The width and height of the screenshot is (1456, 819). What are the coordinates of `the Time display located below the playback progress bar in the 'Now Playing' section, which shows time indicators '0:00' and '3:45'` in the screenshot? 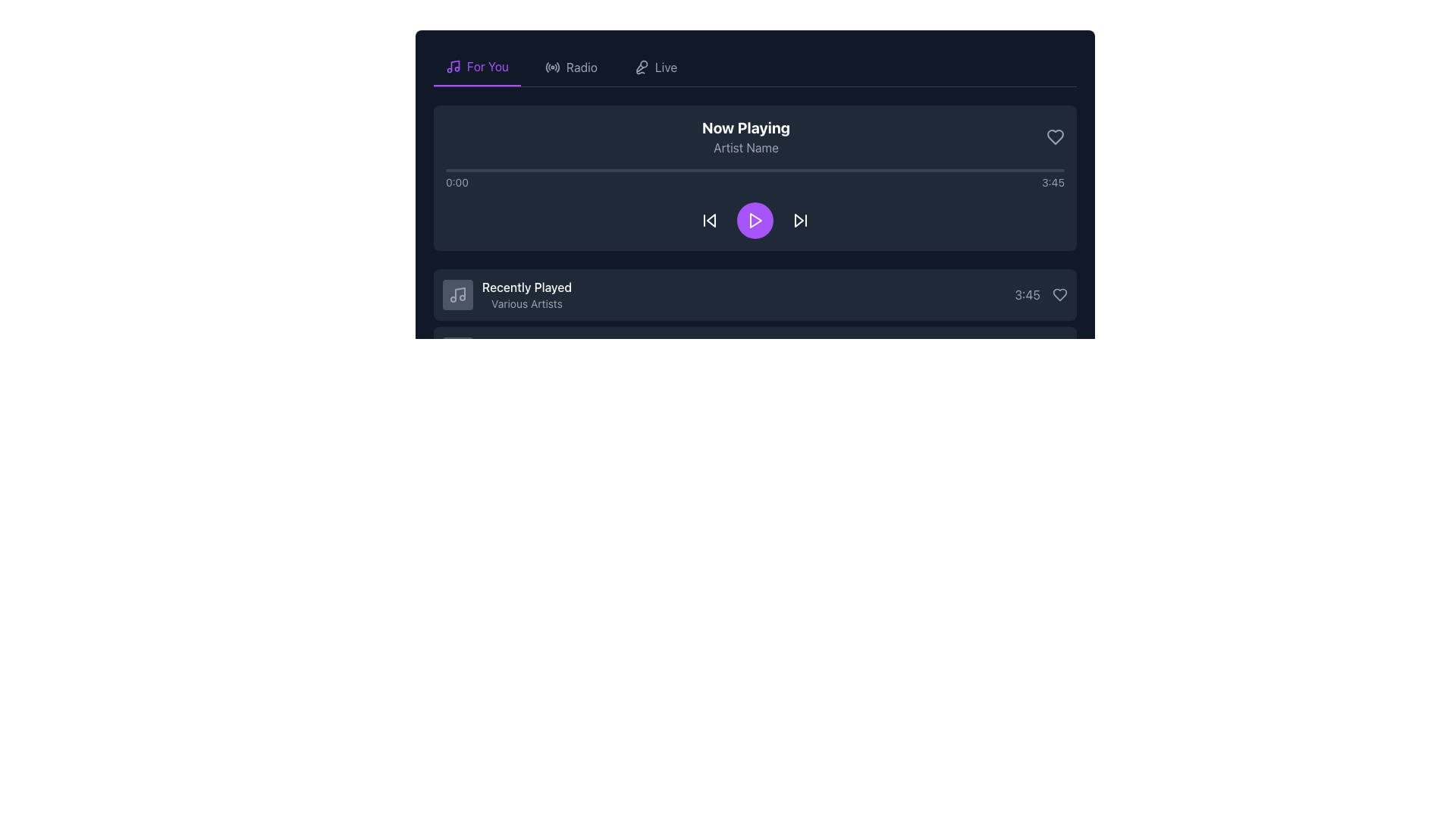 It's located at (755, 181).